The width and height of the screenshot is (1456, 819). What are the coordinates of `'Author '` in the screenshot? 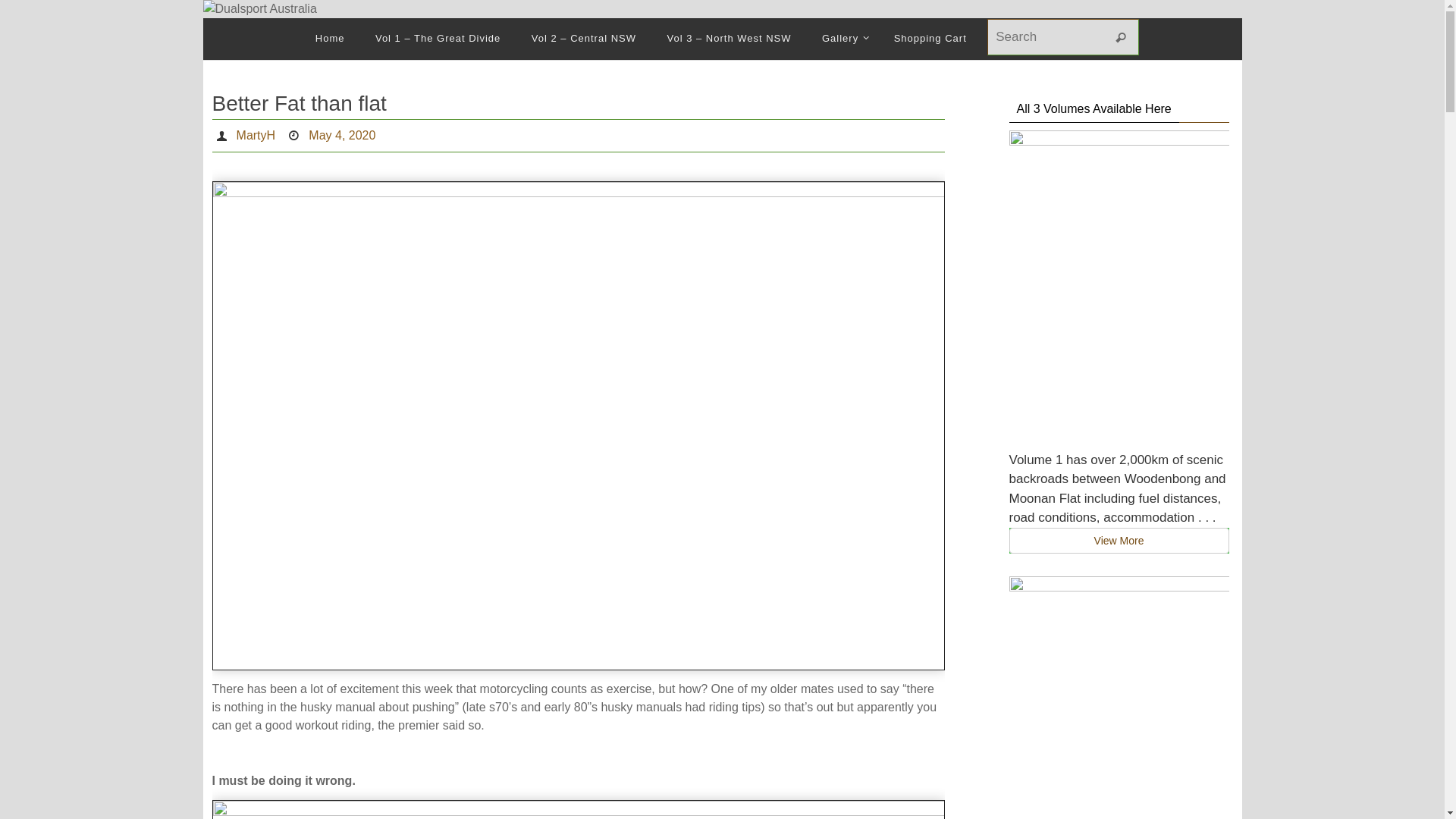 It's located at (214, 134).